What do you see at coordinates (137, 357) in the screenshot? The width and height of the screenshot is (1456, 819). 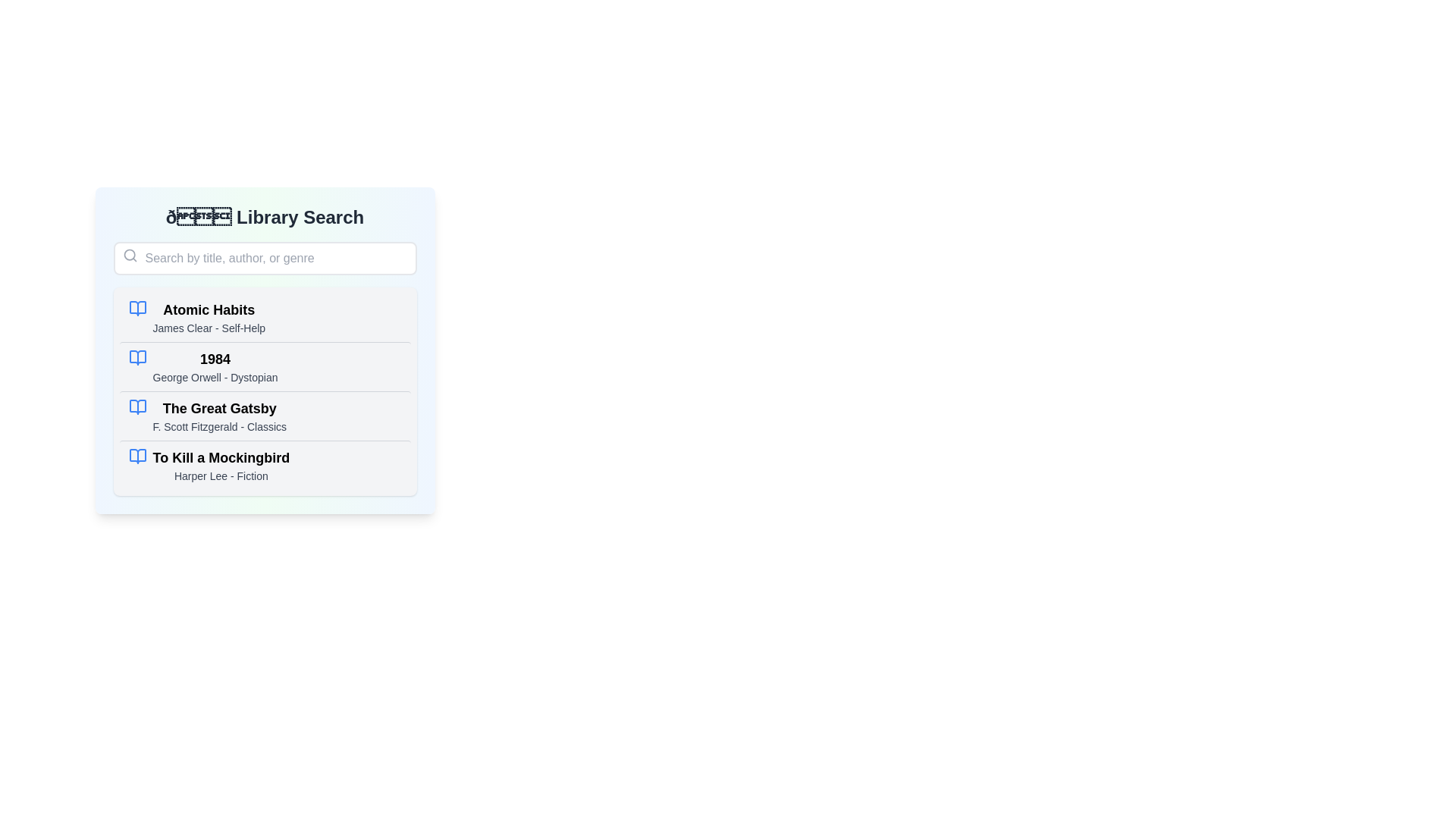 I see `the iconic book indicator` at bounding box center [137, 357].